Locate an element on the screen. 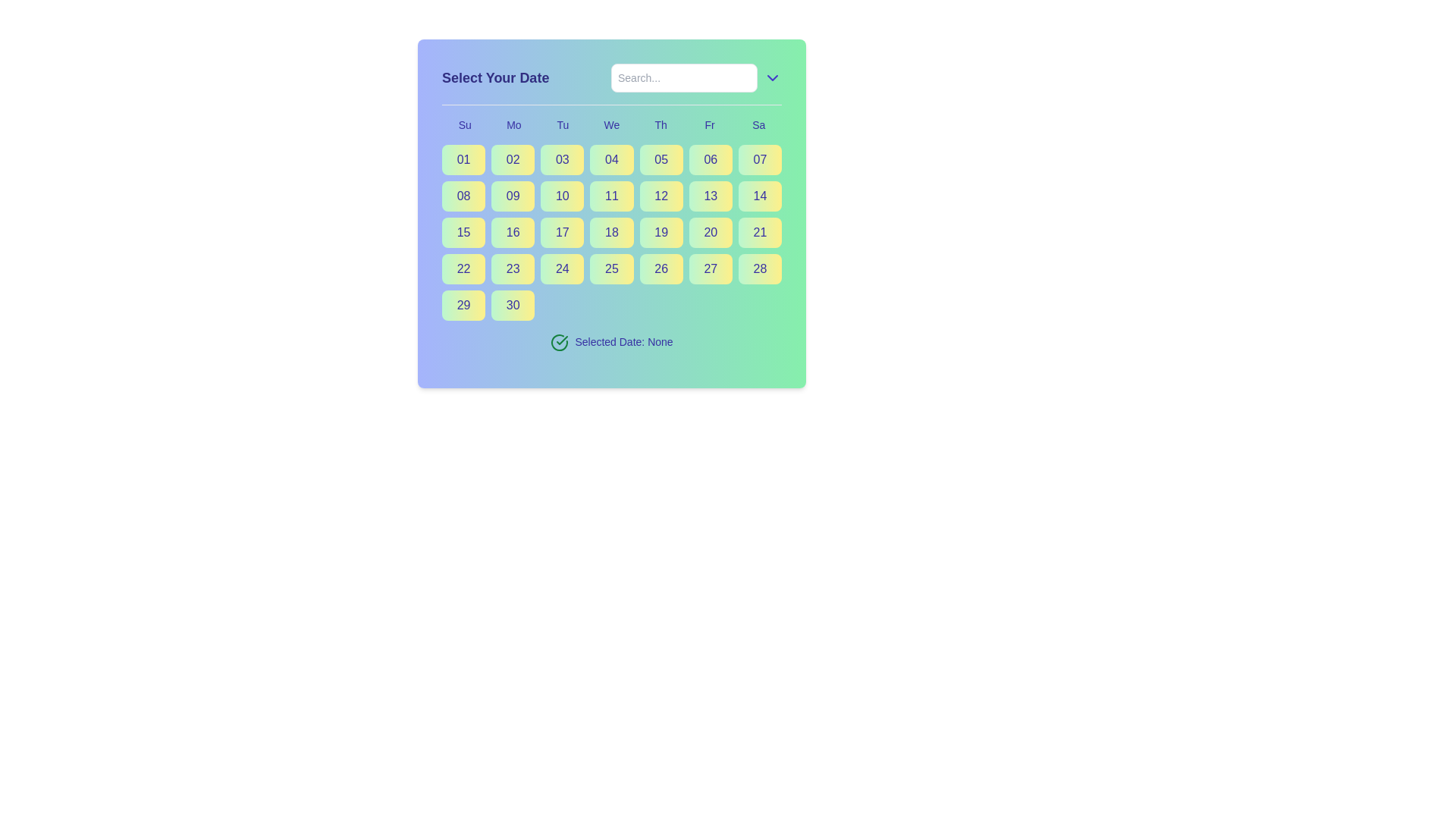  the button displaying the text '28' located in the sixth position of the last row in the calendar grid is located at coordinates (760, 268).